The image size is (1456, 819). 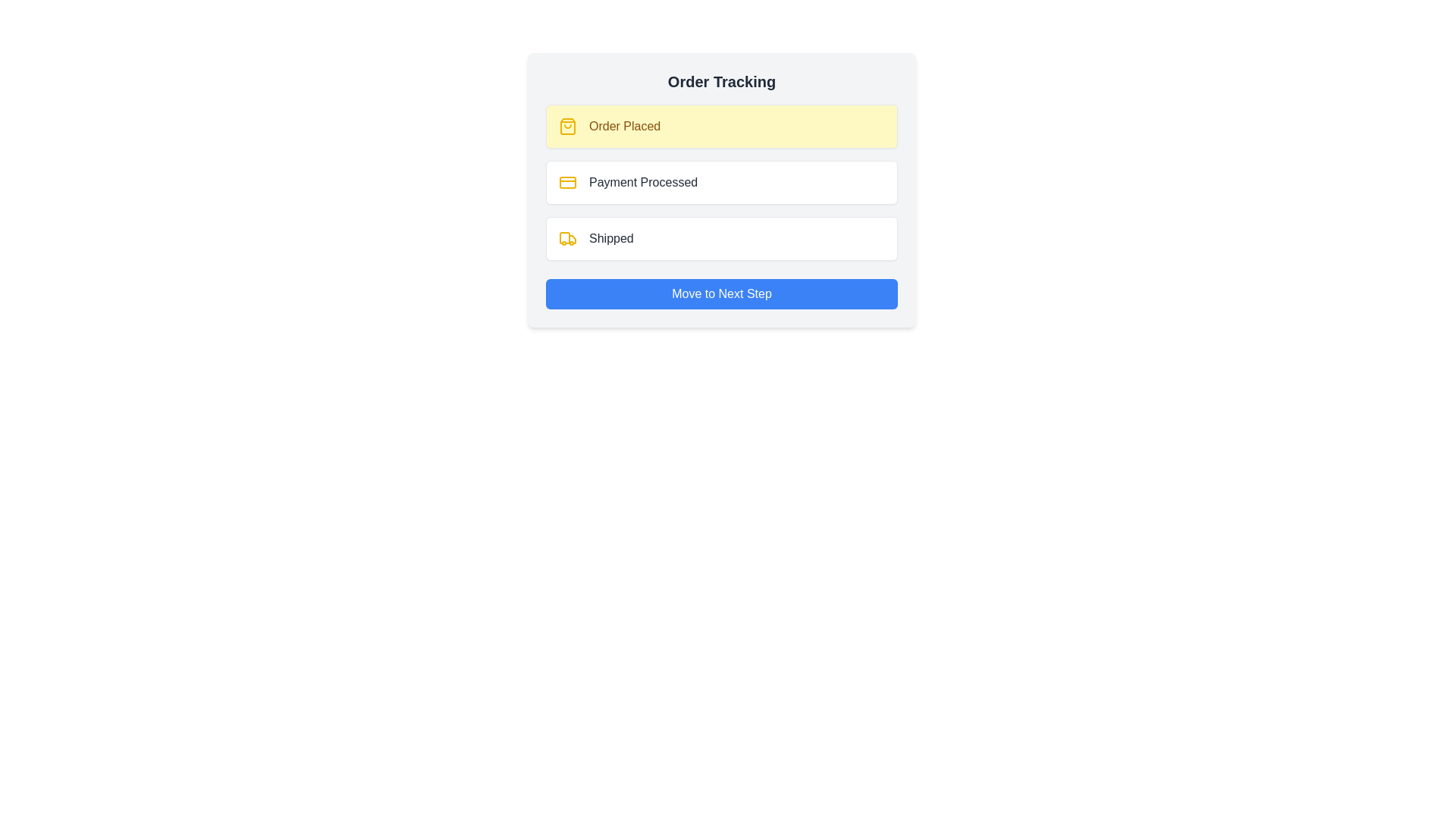 I want to click on the yellow shopping bag icon located to the left of the text 'Order Placed' in the yellow-highlighted section of the 'Order Tracking' interface, so click(x=566, y=125).